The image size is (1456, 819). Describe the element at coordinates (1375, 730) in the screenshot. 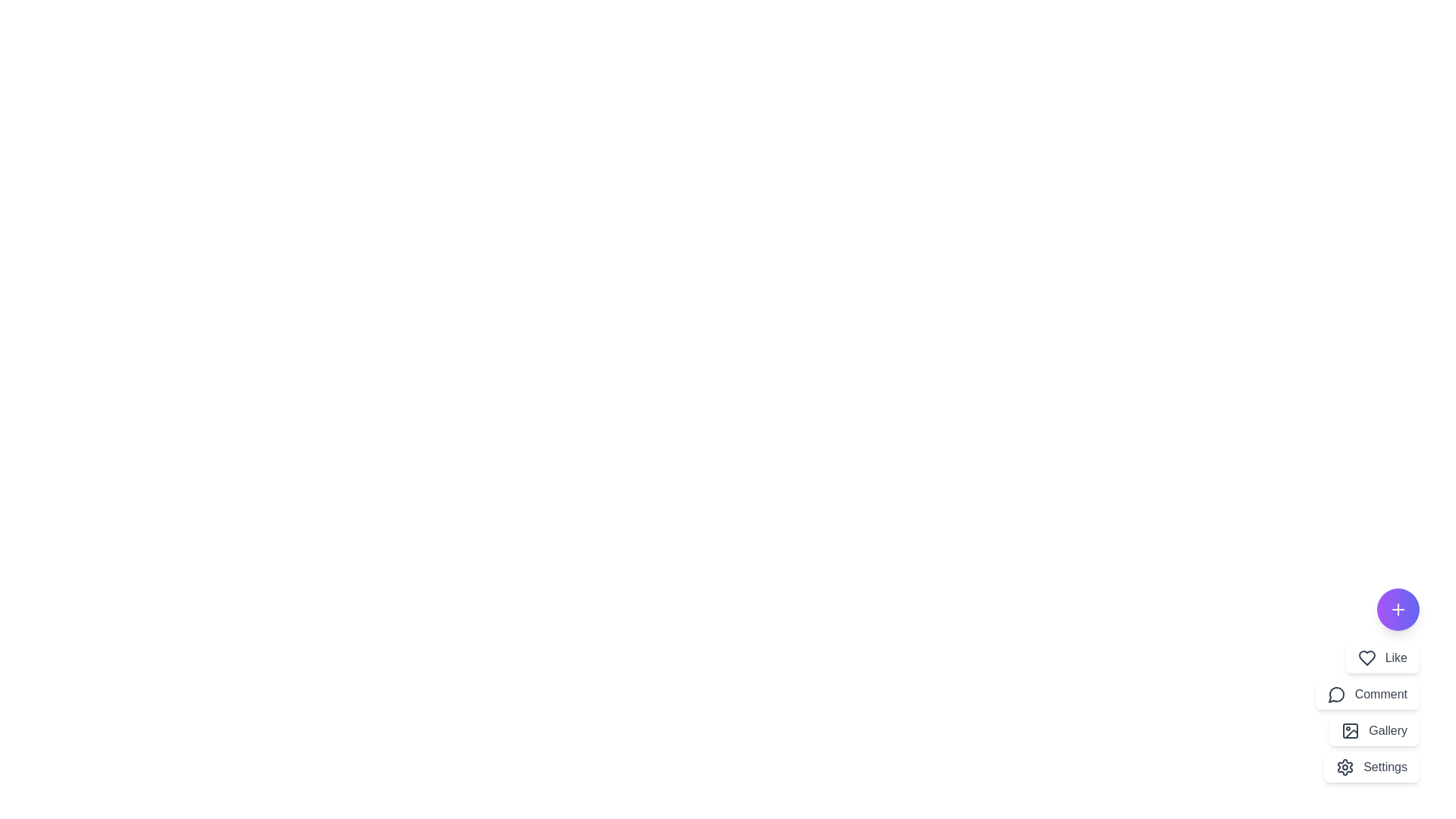

I see `the menu option Gallery to observe the visual feedback` at that location.